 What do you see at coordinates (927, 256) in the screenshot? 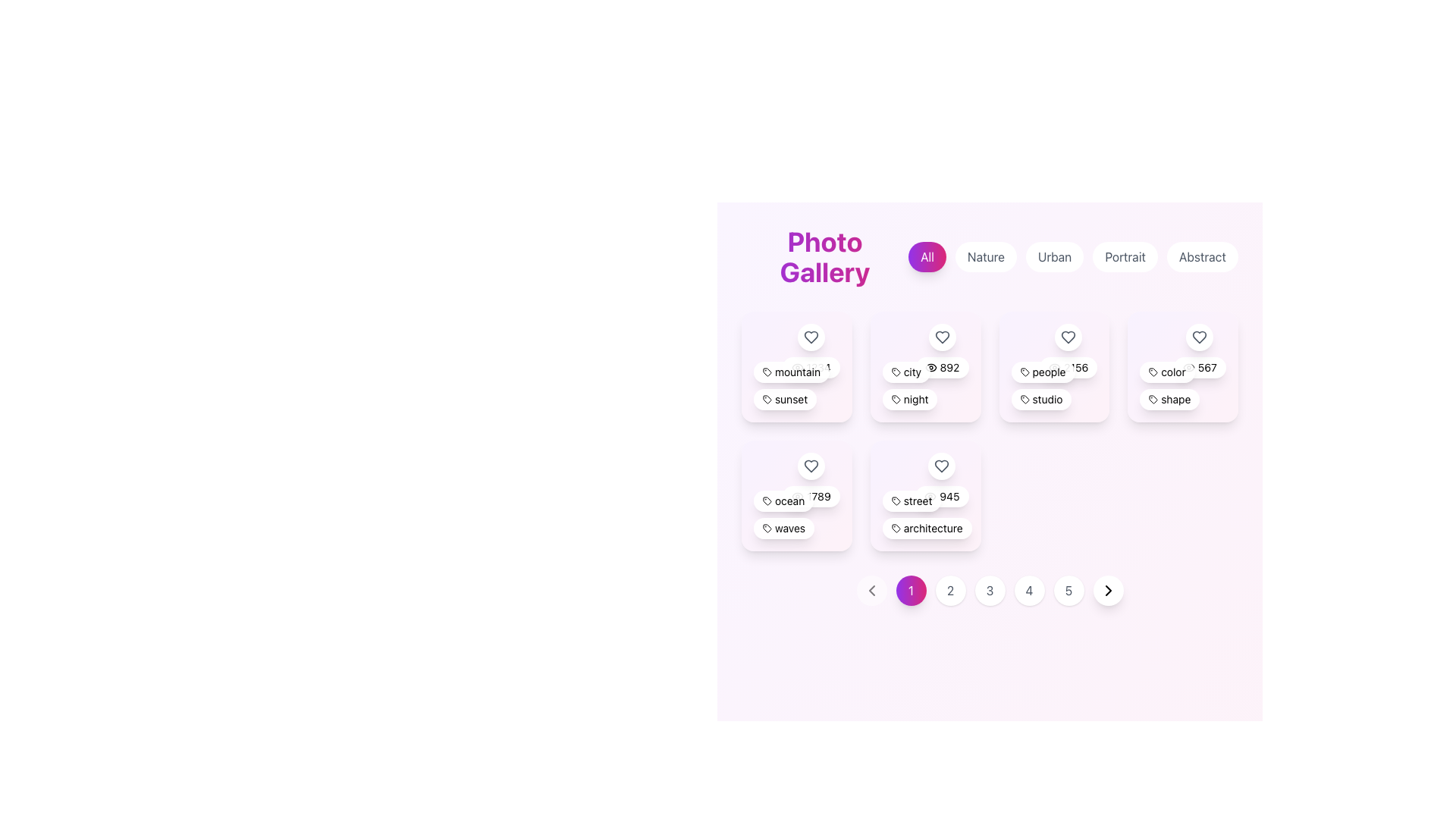
I see `the rounded, pill-shaped button with a gradient background and the text 'All' in bold, white font` at bounding box center [927, 256].